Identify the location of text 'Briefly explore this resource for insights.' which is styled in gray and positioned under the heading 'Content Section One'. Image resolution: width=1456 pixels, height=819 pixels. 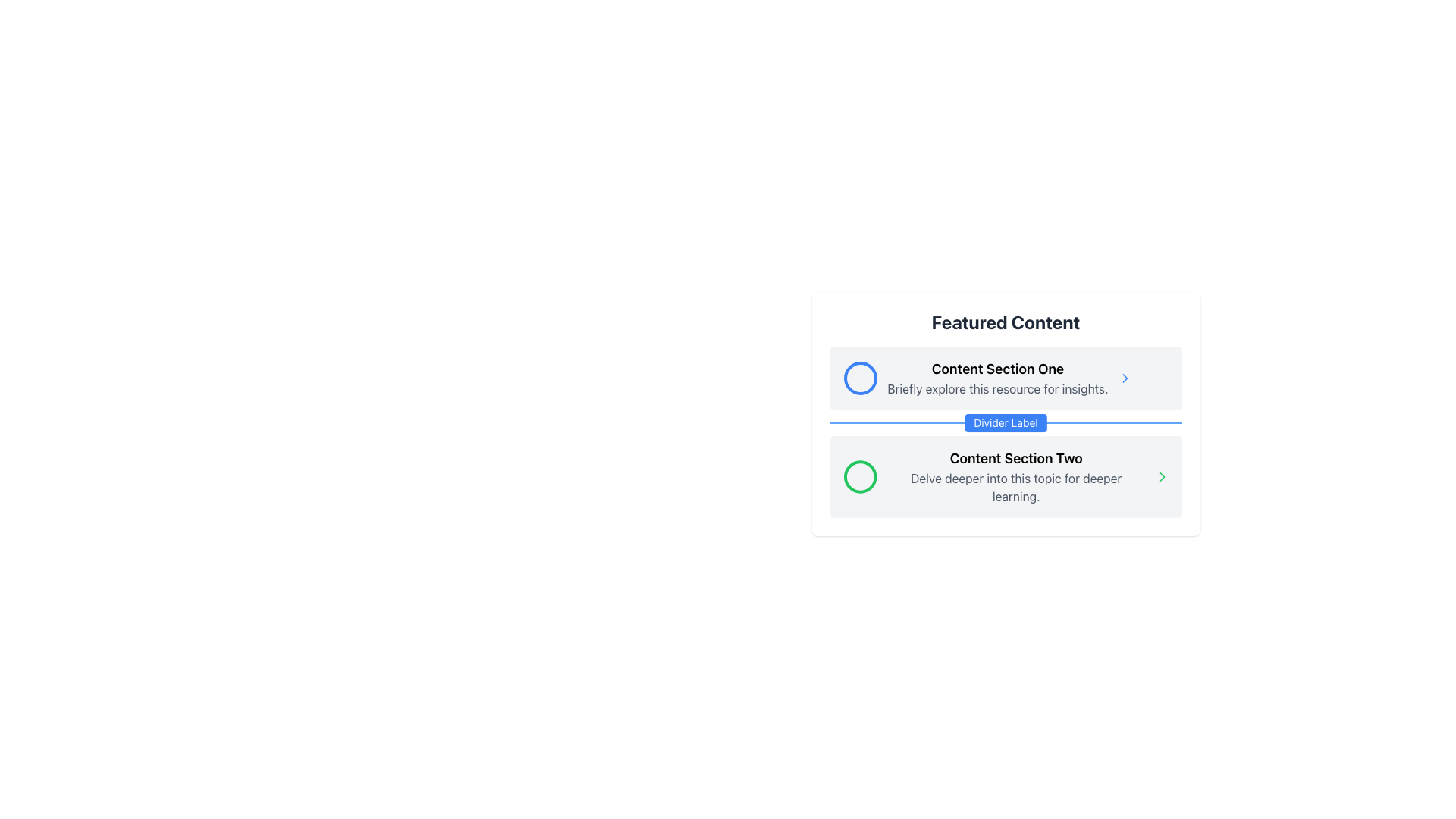
(997, 388).